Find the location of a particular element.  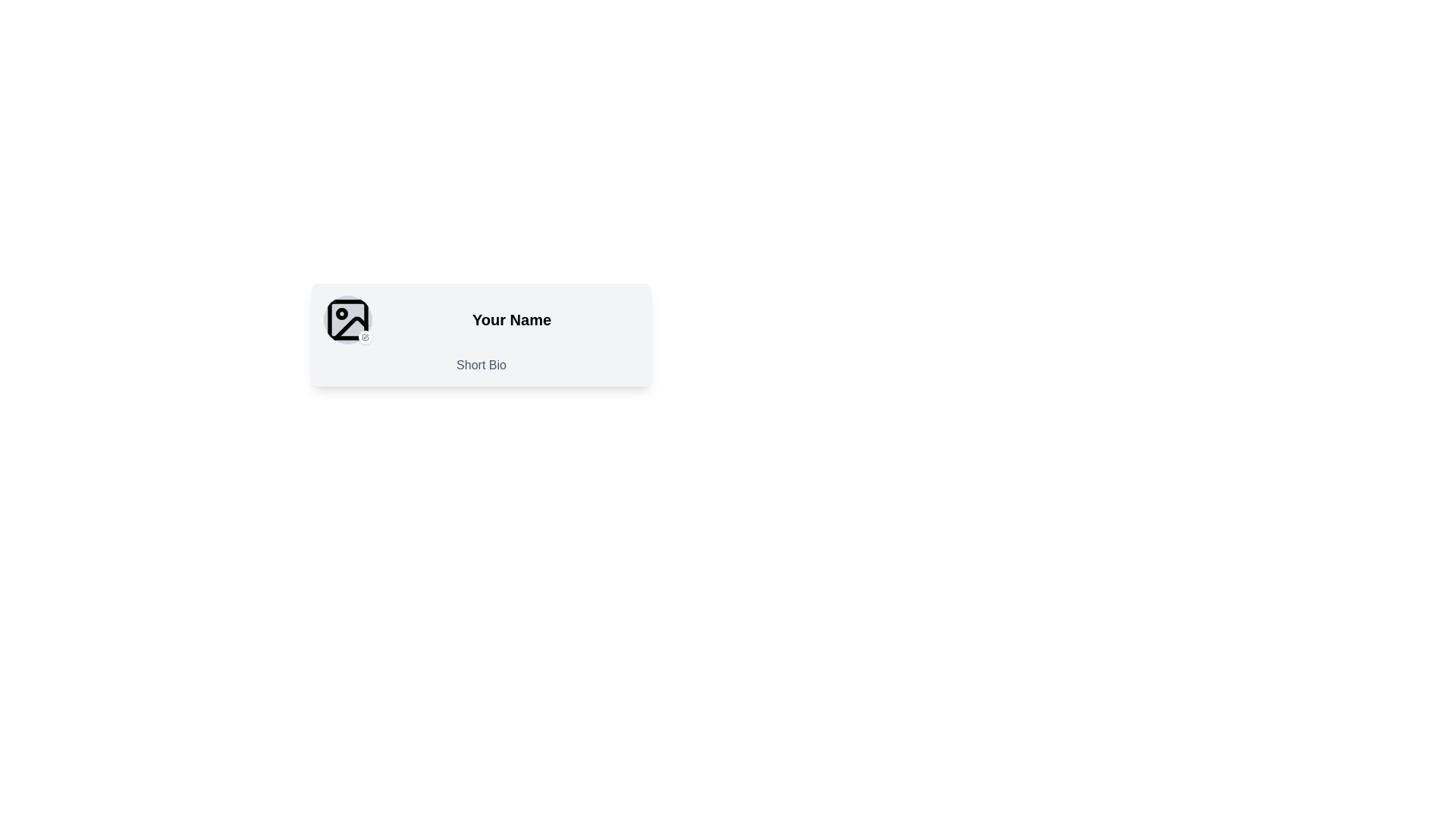

the small circular dot located within the photo icon, positioned at the top-left corner inside the square frame is located at coordinates (341, 312).